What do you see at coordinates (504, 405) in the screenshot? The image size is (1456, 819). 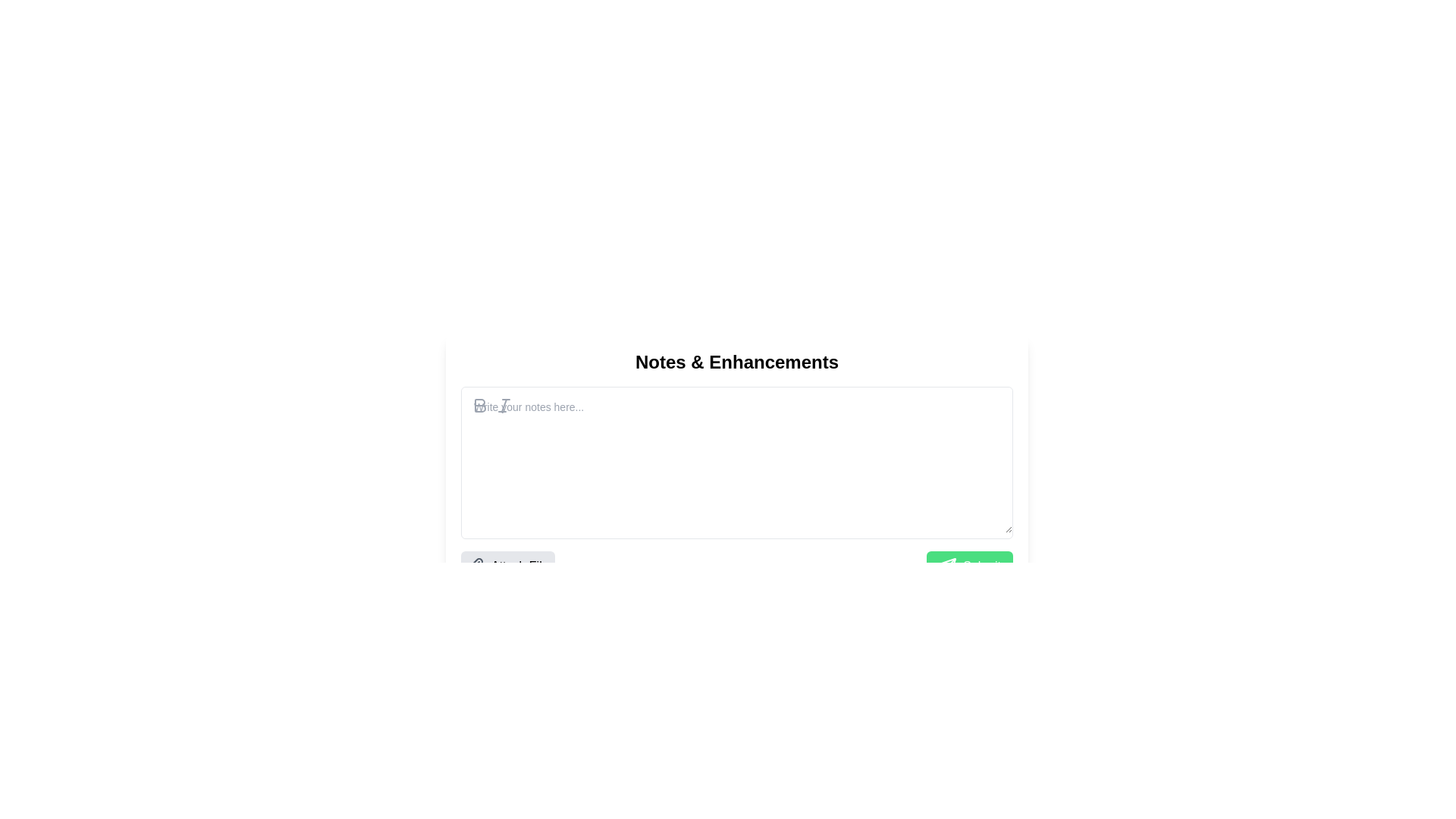 I see `the italicized 'I' icon in the top-left corner of the toolbar` at bounding box center [504, 405].